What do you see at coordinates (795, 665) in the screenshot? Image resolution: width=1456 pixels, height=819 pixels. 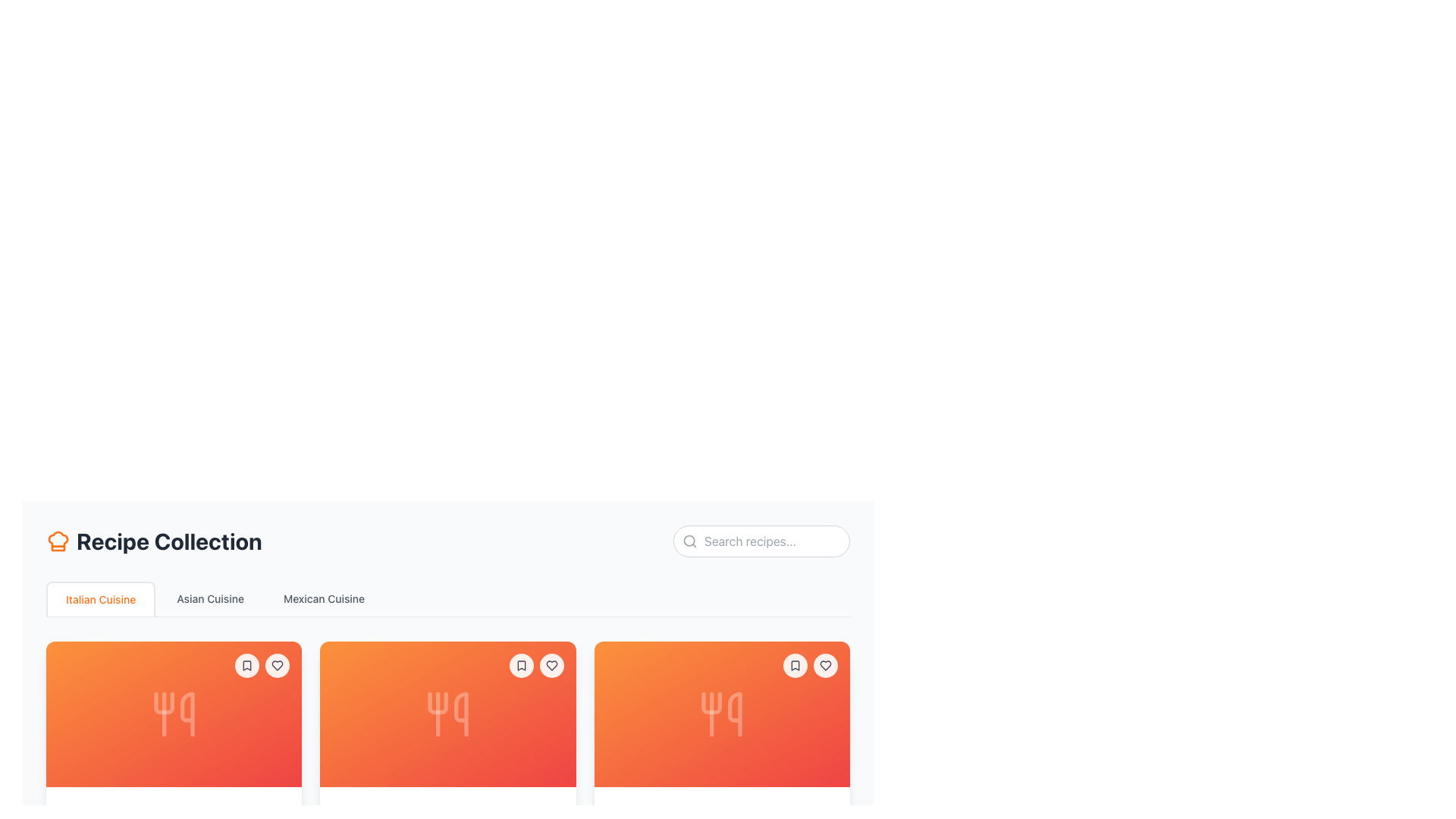 I see `the bookmark icon located at the top-right corner of the third card in the horizontally aligned list to bookmark the content` at bounding box center [795, 665].